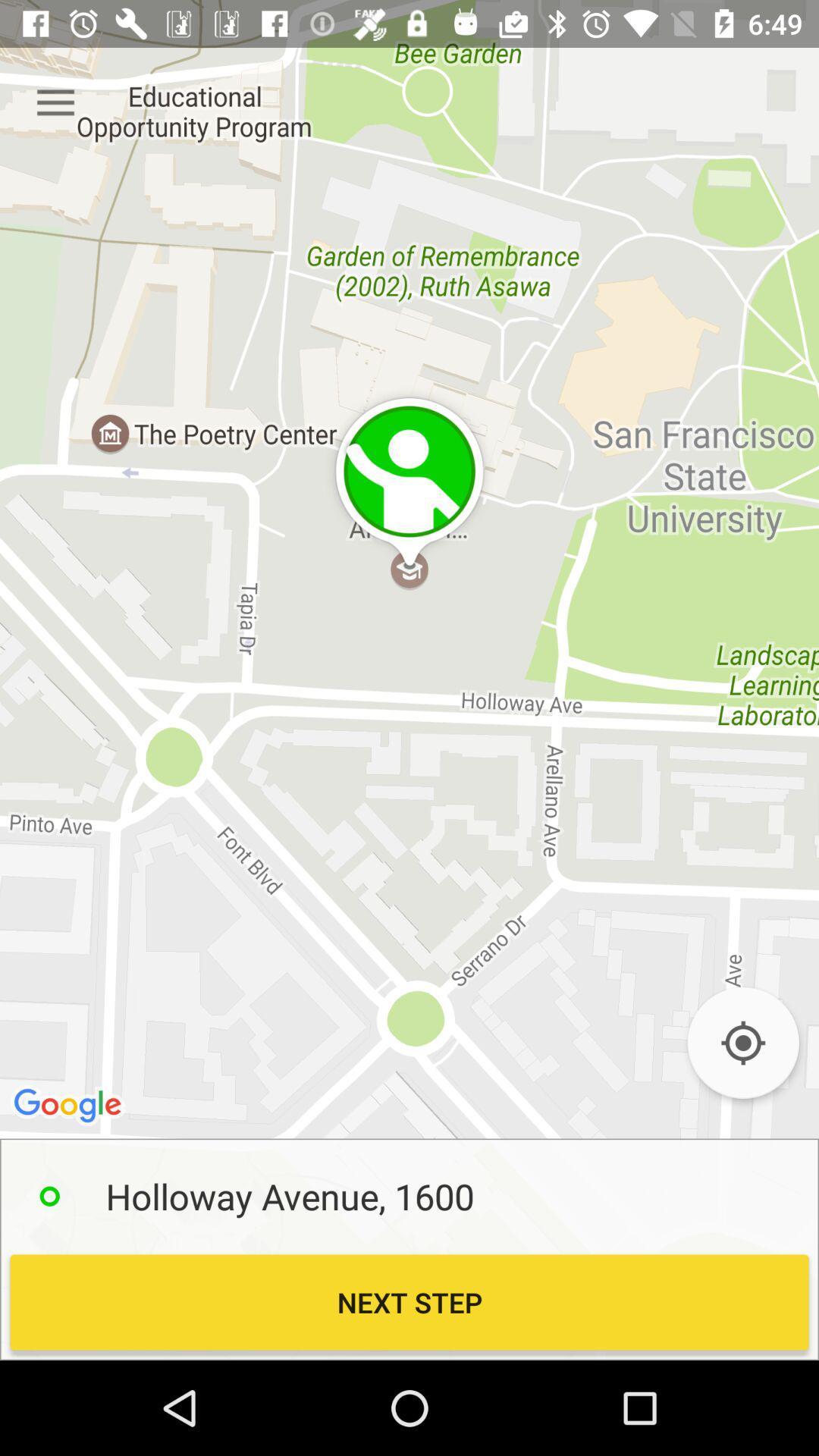 The image size is (819, 1456). Describe the element at coordinates (55, 102) in the screenshot. I see `item at the top left corner` at that location.